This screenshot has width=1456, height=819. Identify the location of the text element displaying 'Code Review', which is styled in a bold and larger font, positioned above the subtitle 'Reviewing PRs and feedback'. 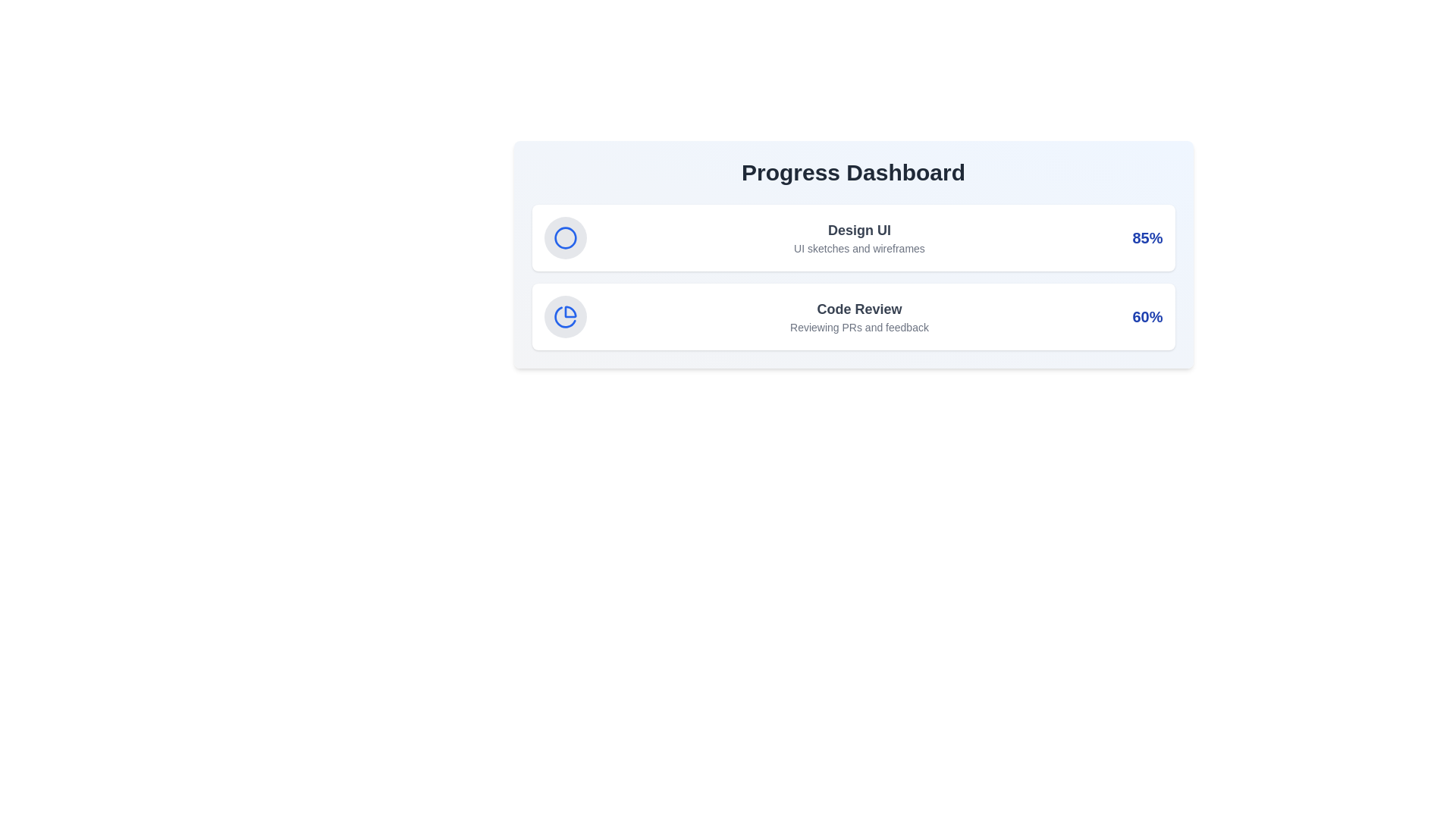
(859, 309).